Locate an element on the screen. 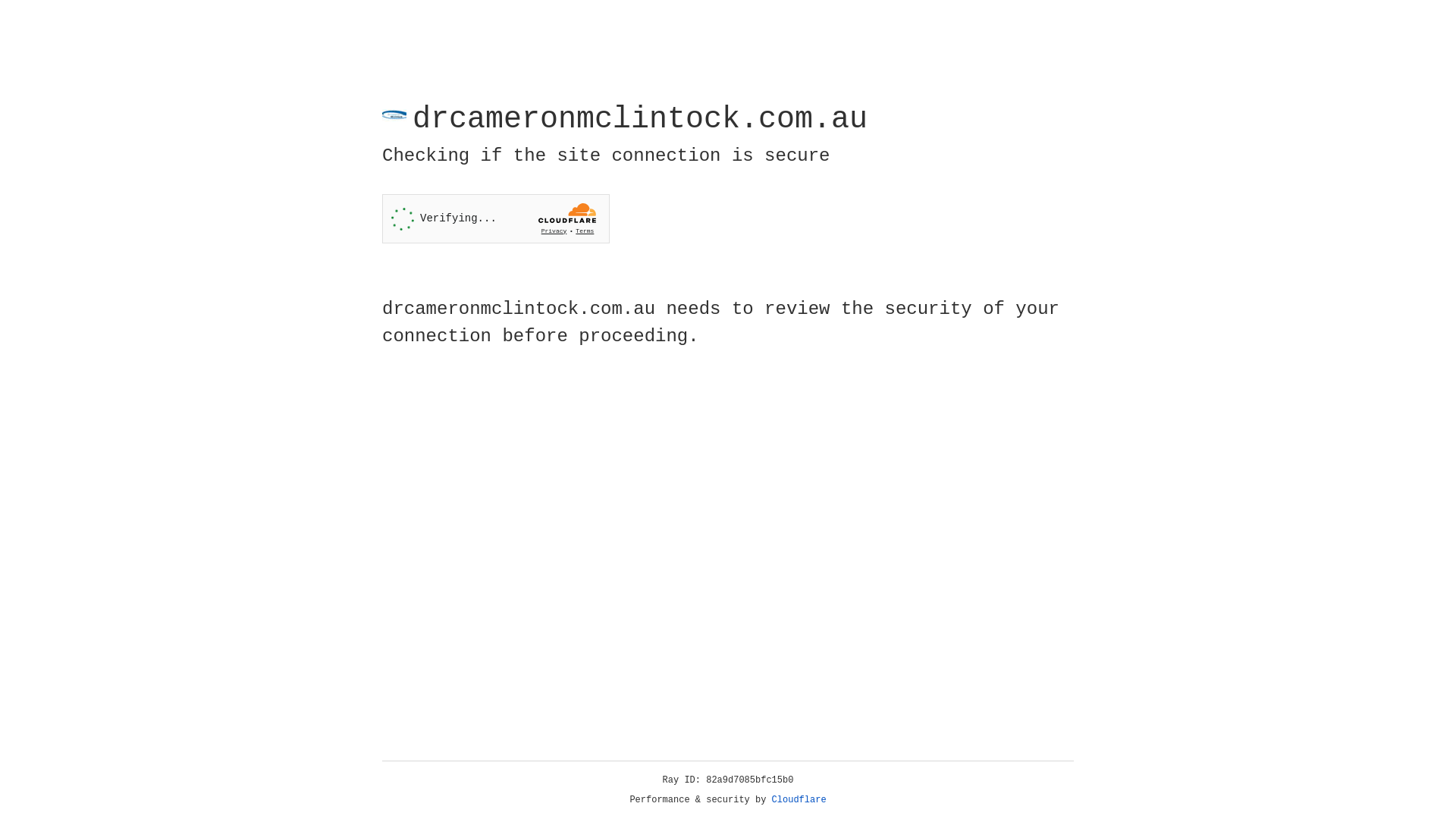  'Widget containing a Cloudflare security challenge' is located at coordinates (495, 218).